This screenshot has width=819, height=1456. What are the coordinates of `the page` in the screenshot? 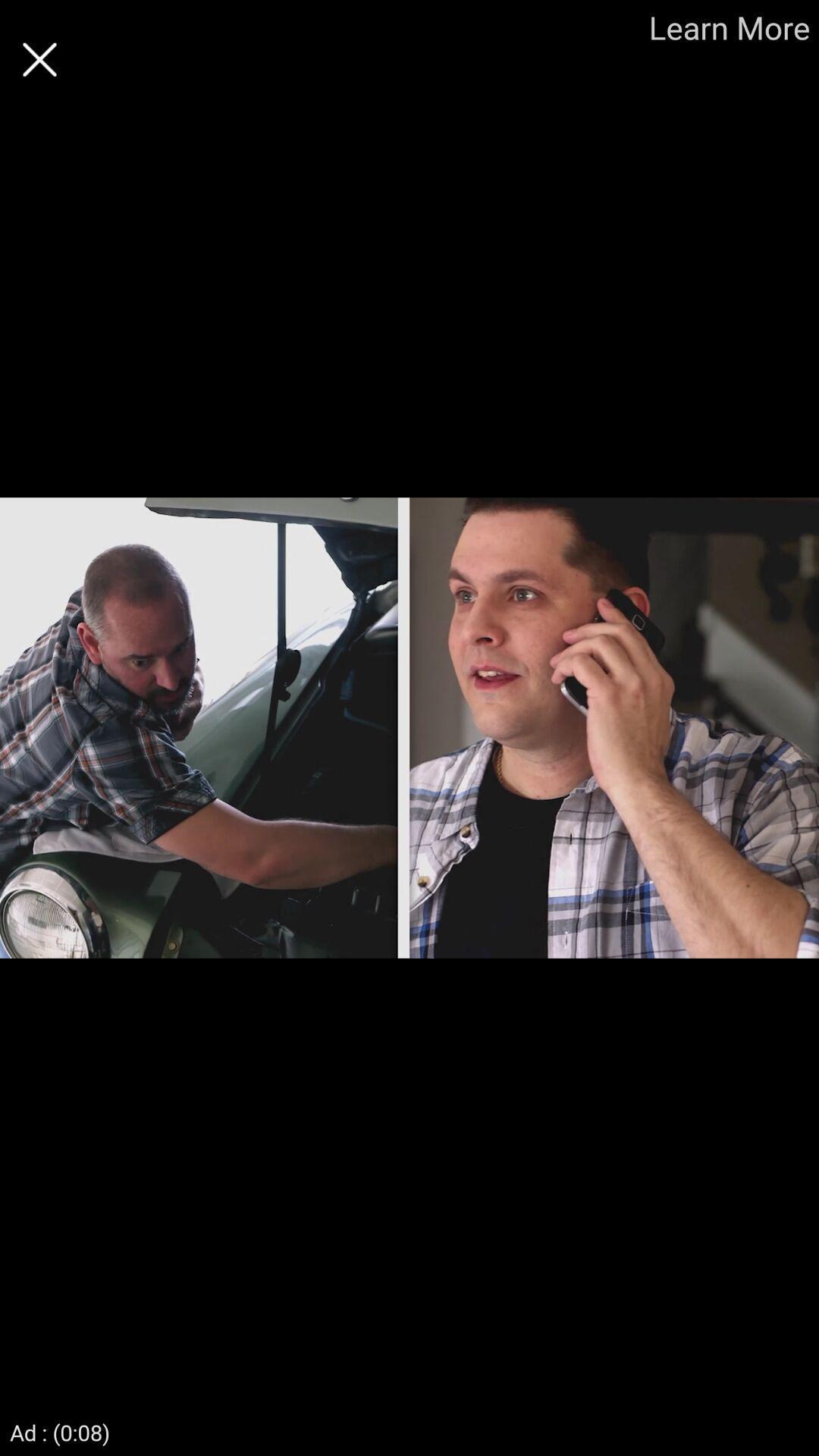 It's located at (39, 59).